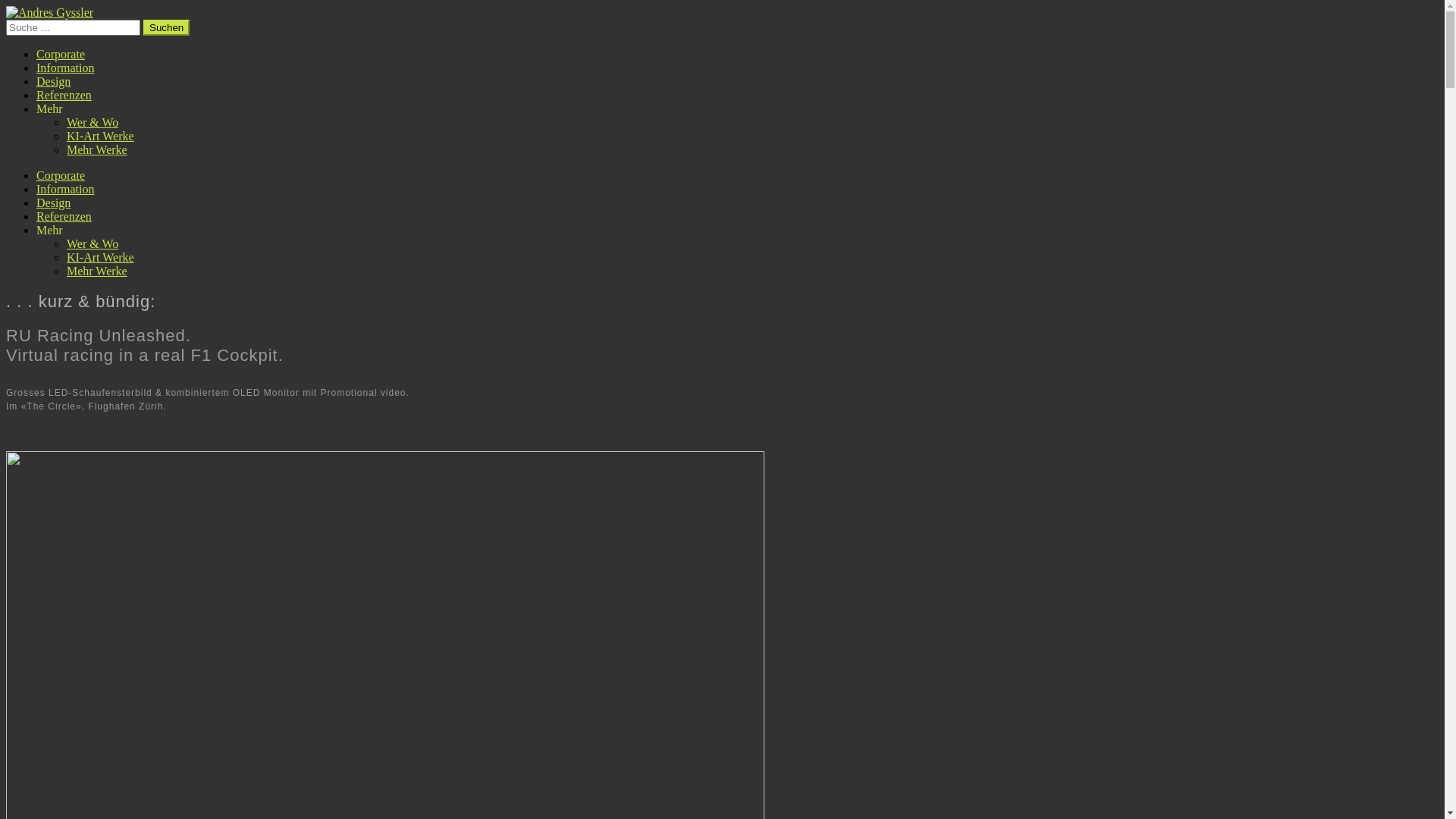 Image resolution: width=1456 pixels, height=819 pixels. I want to click on 'KI-Art Werke', so click(99, 135).